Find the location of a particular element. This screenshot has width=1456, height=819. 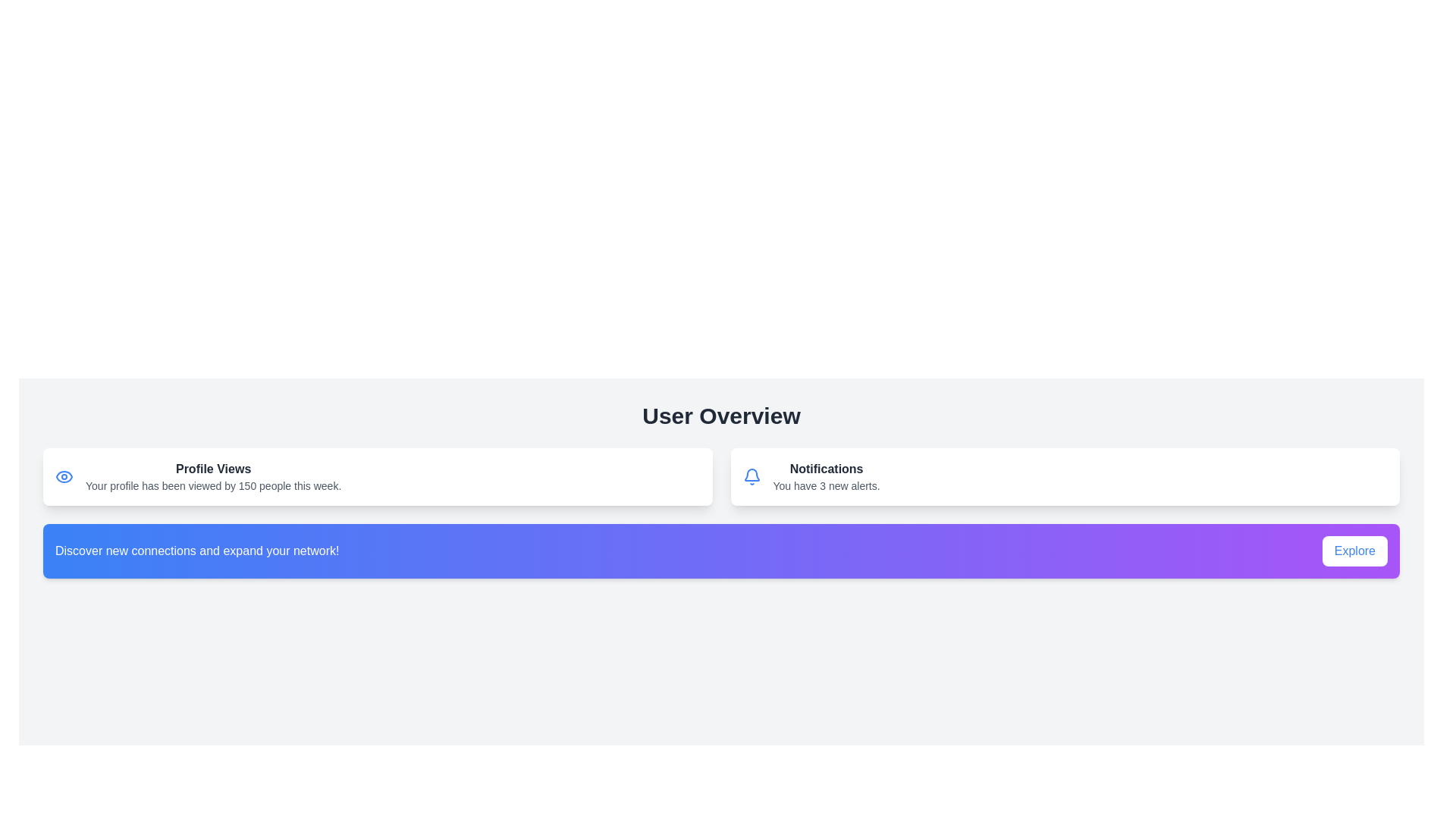

notification content displayed in the text block within the notification card located on the right side of the central panel is located at coordinates (825, 475).